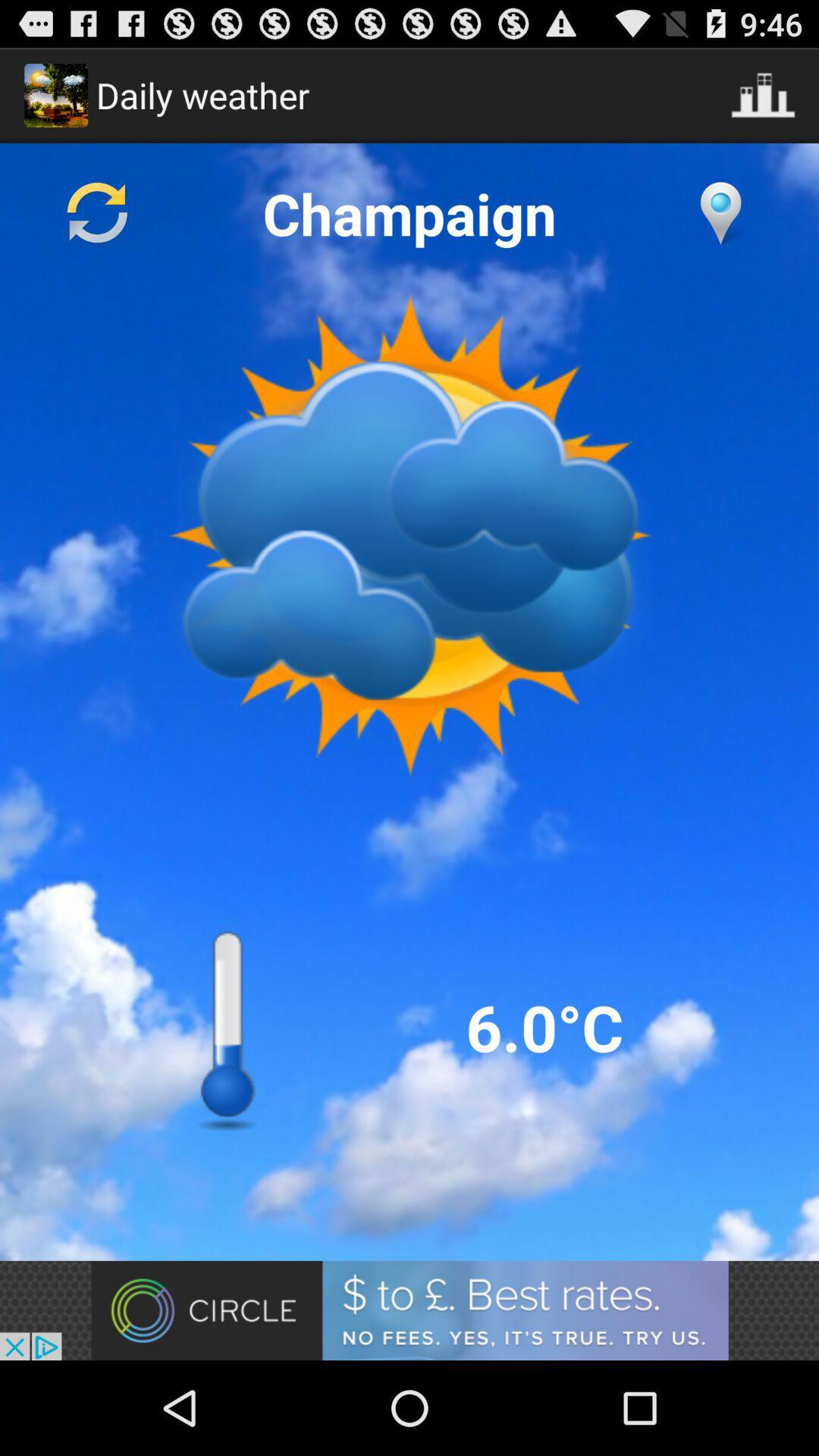  I want to click on advertisement link, so click(409, 1310).